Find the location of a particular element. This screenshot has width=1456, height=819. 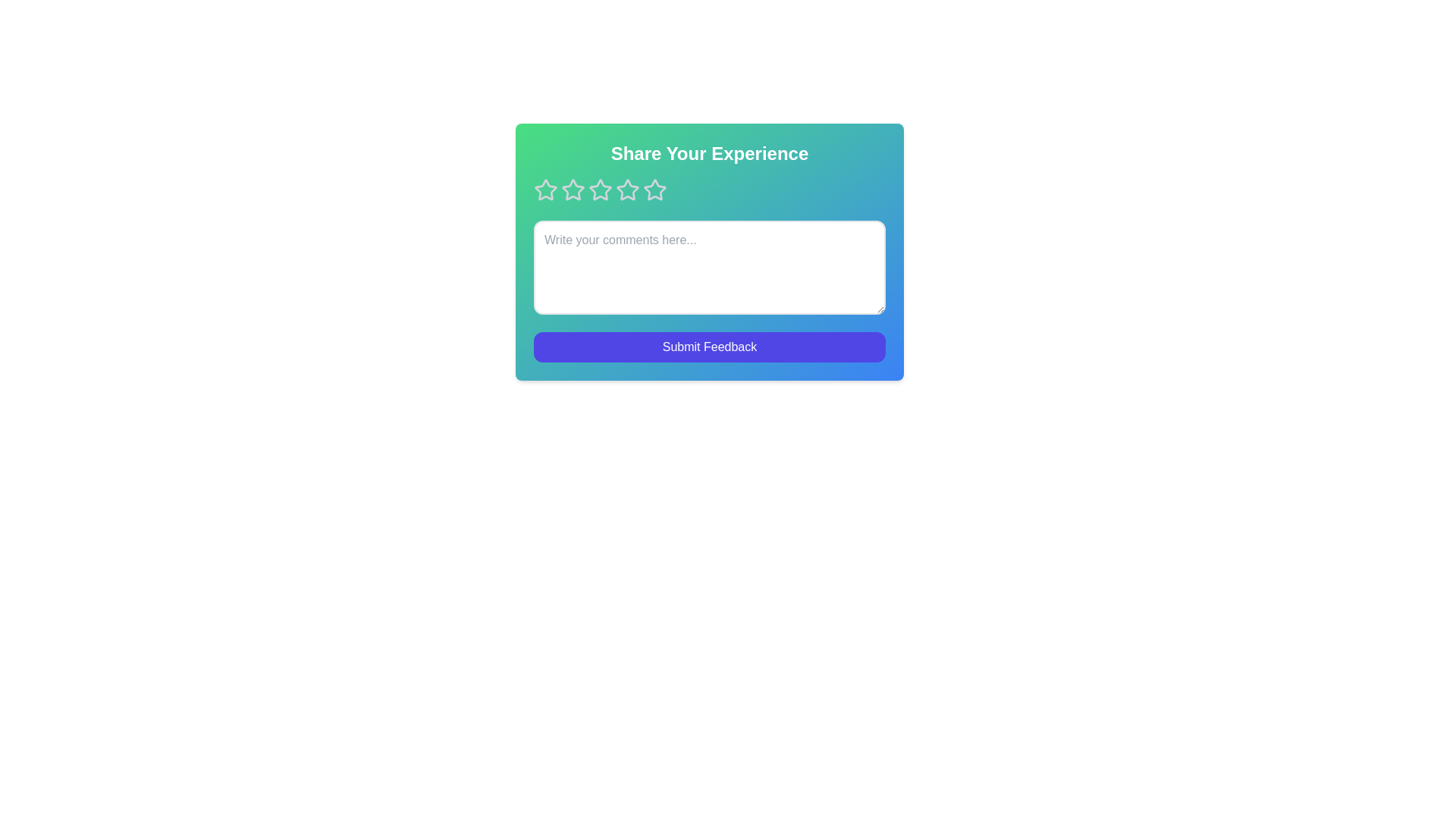

the rating to 1 stars by clicking on the corresponding star is located at coordinates (546, 189).